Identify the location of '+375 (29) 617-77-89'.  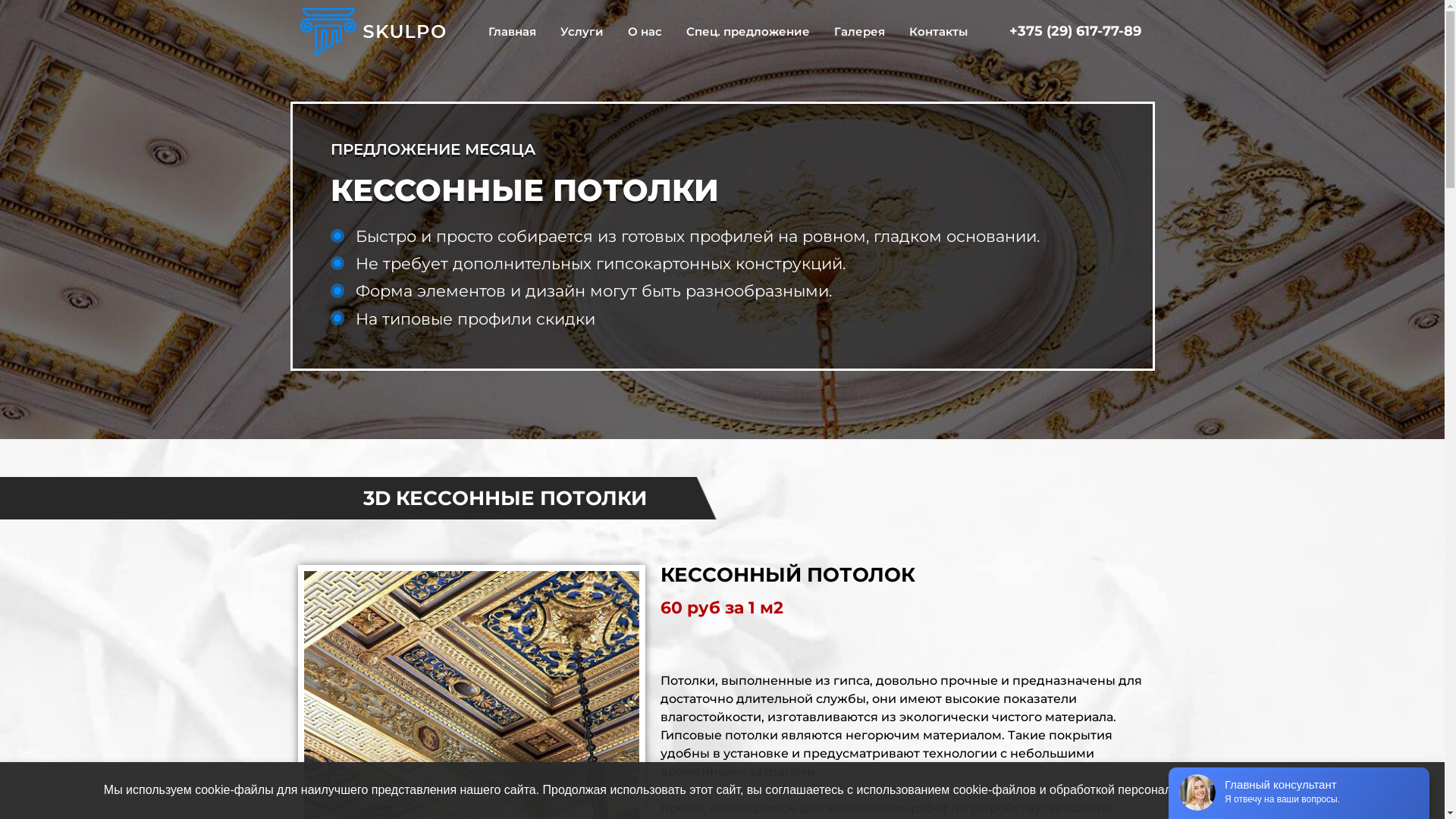
(1074, 31).